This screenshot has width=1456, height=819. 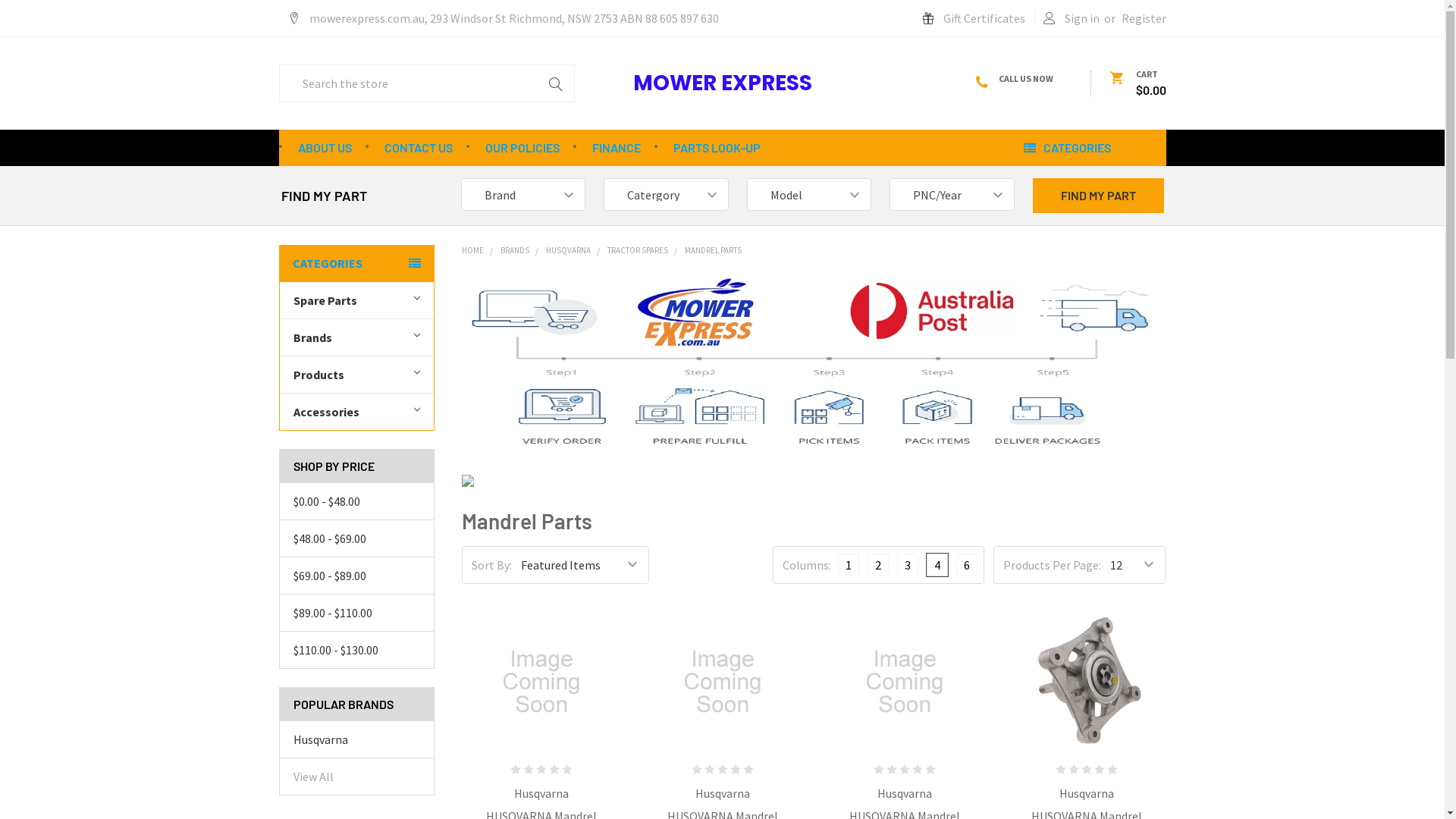 What do you see at coordinates (355, 611) in the screenshot?
I see `'$89.00 - $110.00'` at bounding box center [355, 611].